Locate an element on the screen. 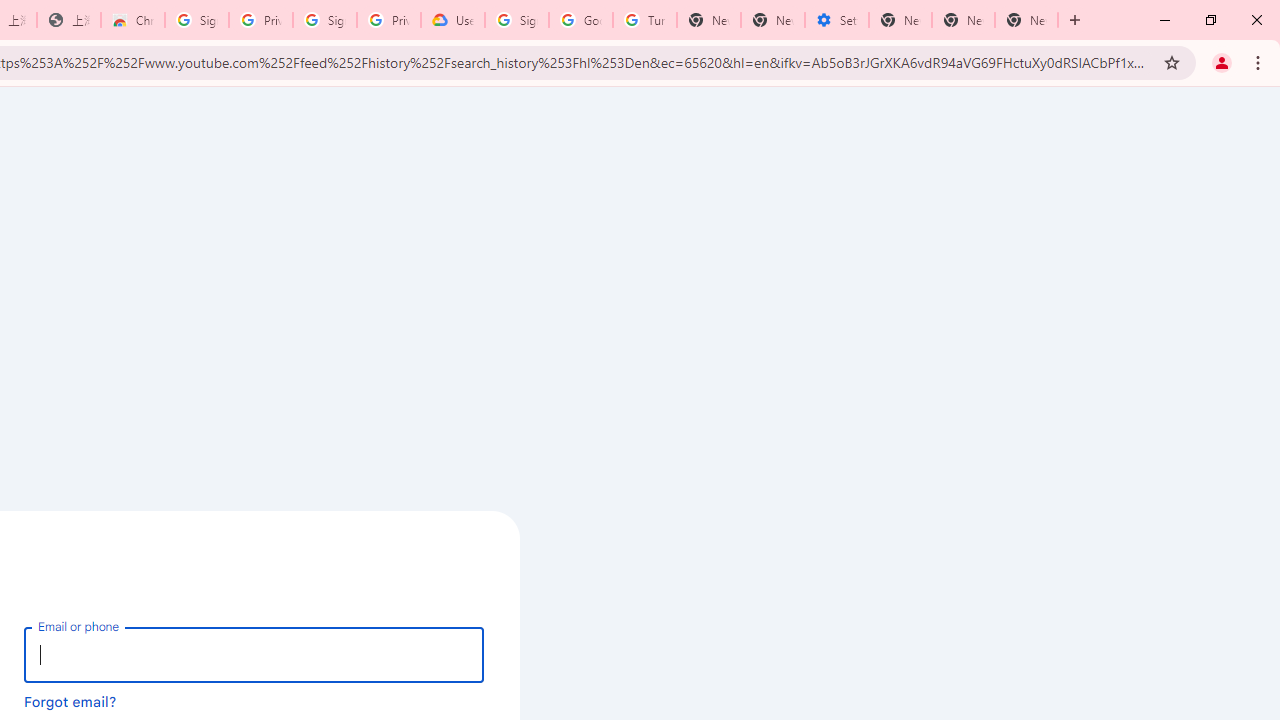  'Google Account Help' is located at coordinates (580, 20).